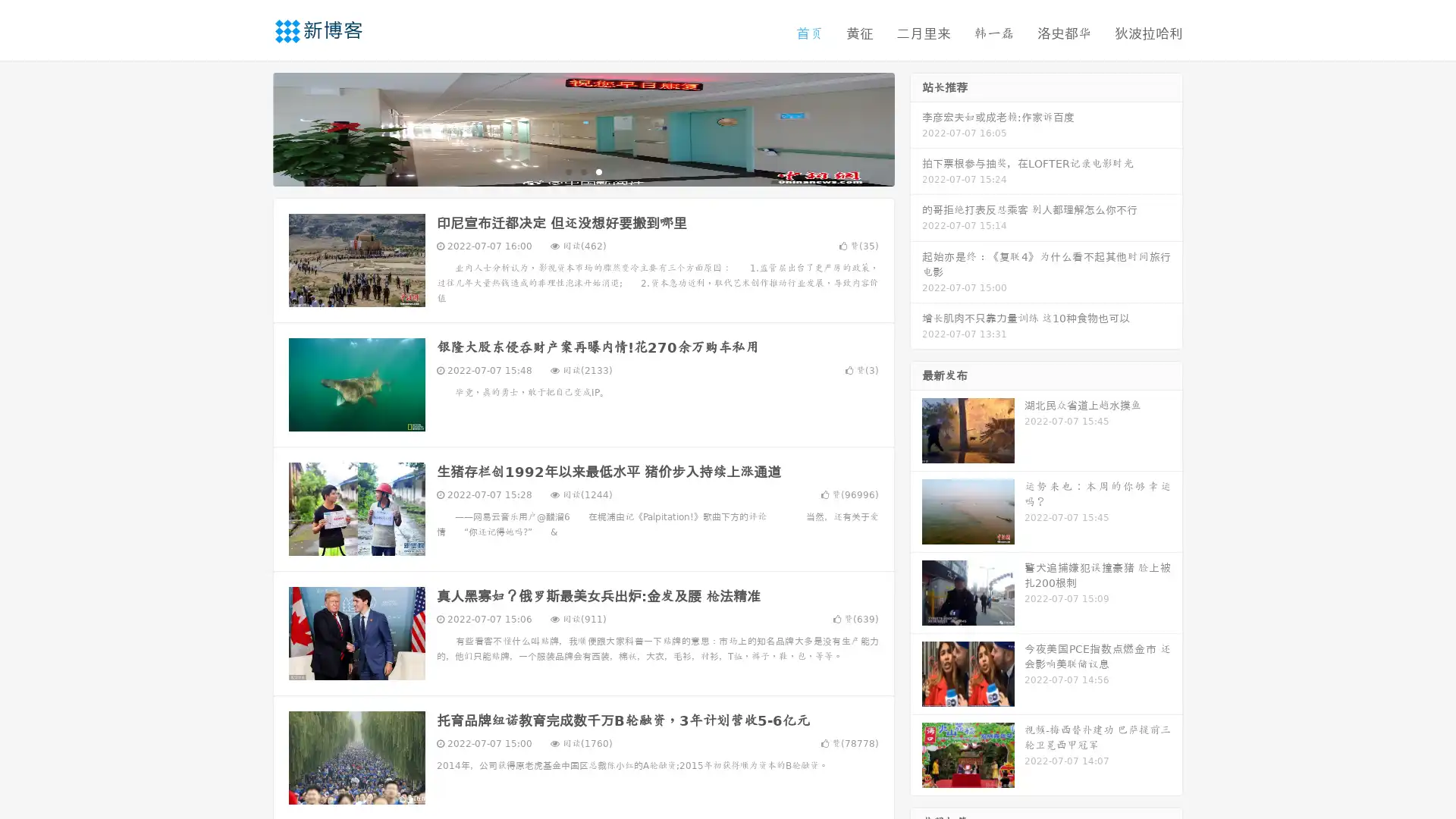 This screenshot has width=1456, height=819. What do you see at coordinates (250, 127) in the screenshot?
I see `Previous slide` at bounding box center [250, 127].